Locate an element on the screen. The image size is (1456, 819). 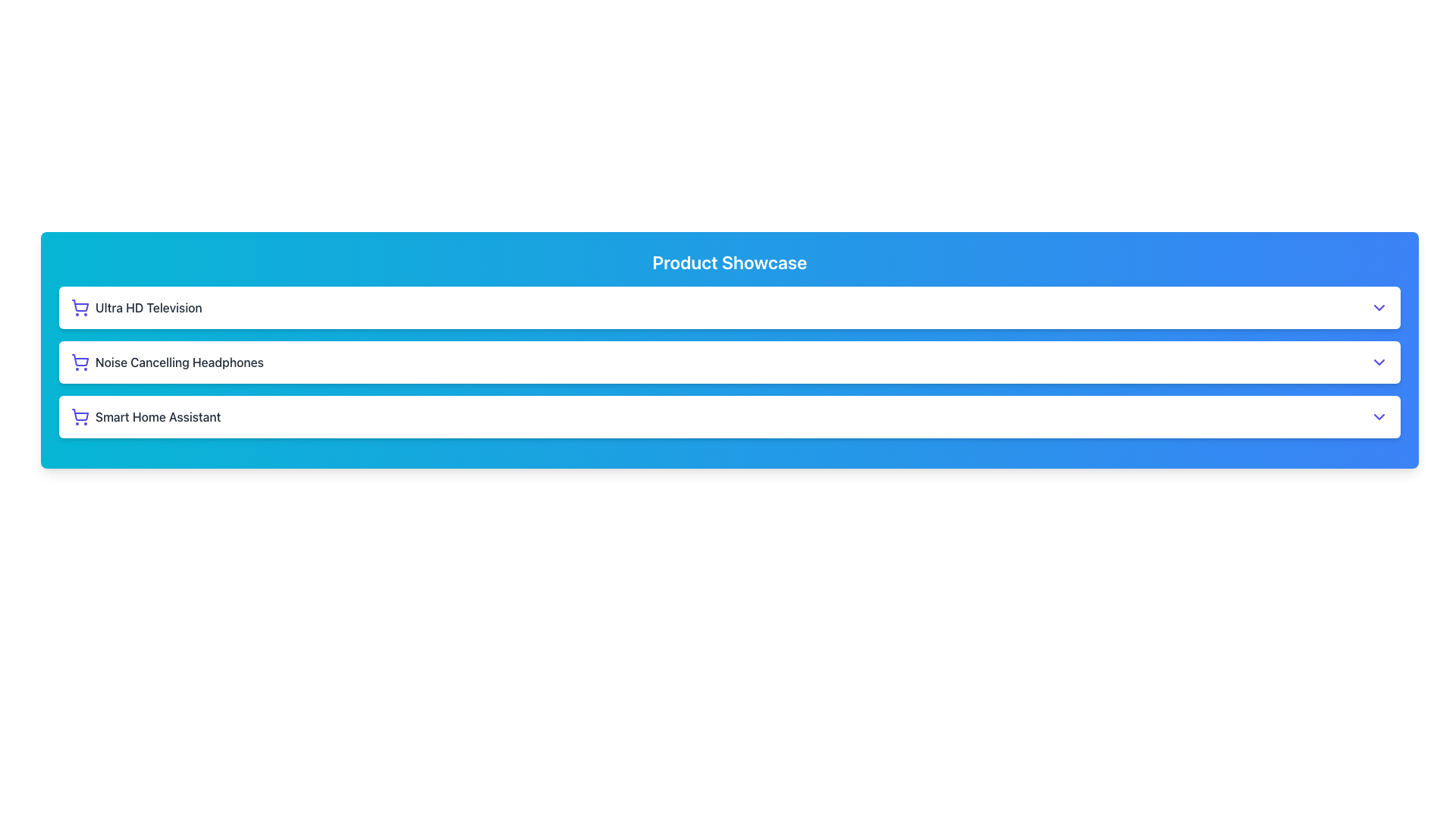
the Text Label that serves as a heading or title for the section, positioned at the top of the gradient blue background section is located at coordinates (730, 262).